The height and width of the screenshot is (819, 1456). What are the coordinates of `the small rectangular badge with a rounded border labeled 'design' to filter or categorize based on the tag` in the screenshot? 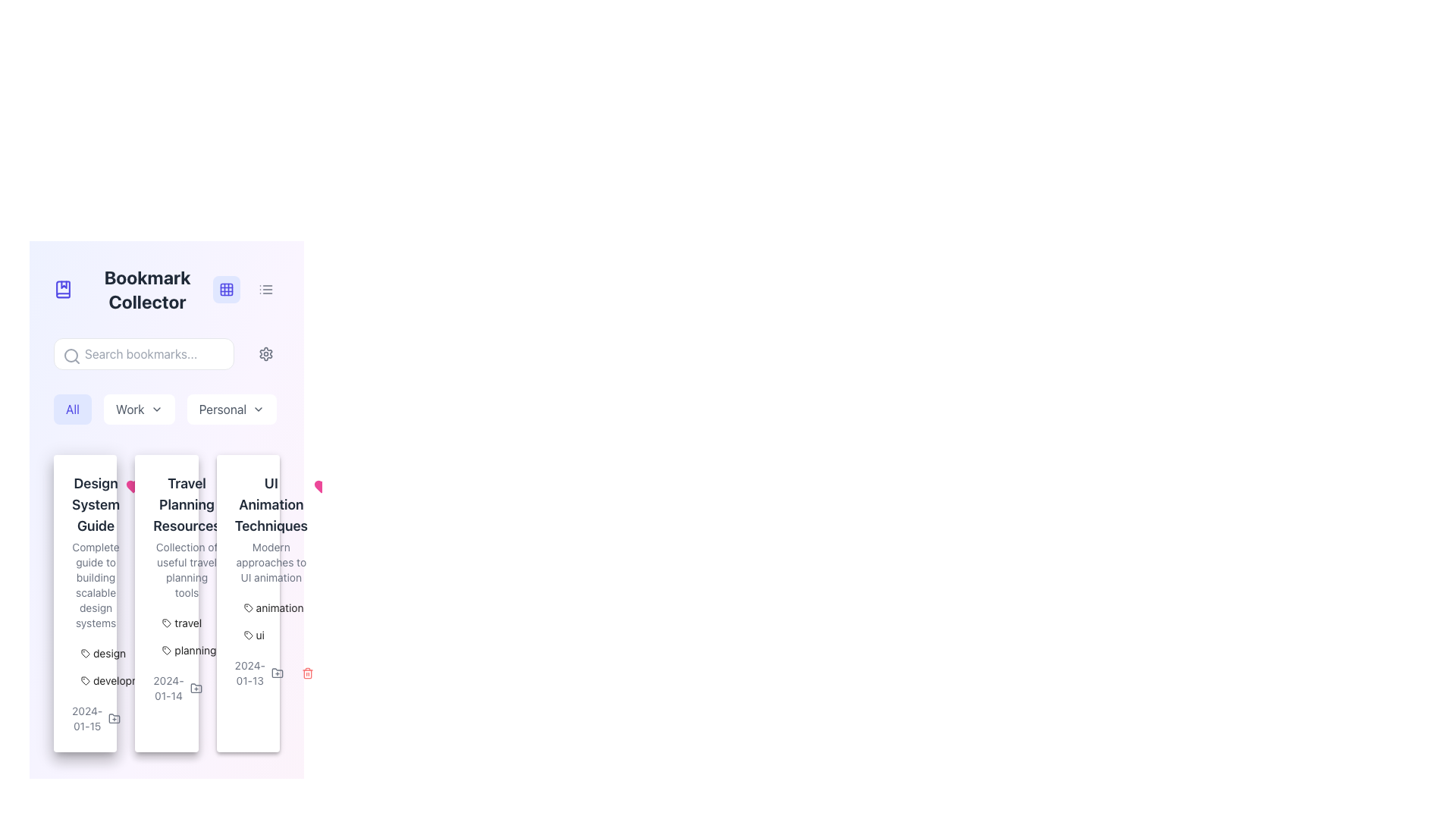 It's located at (102, 652).